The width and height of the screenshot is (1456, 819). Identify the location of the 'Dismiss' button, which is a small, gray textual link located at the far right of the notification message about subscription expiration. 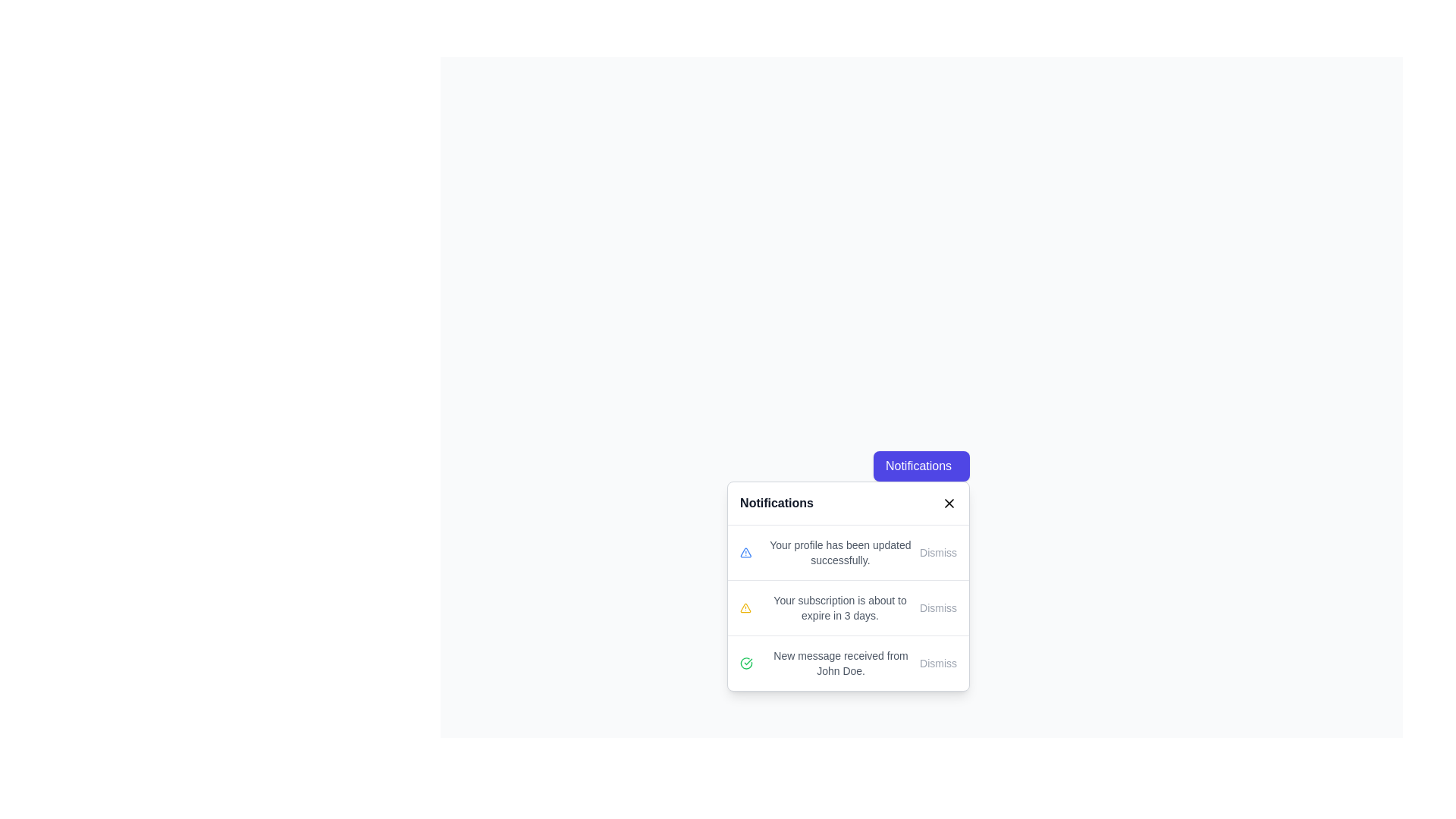
(937, 607).